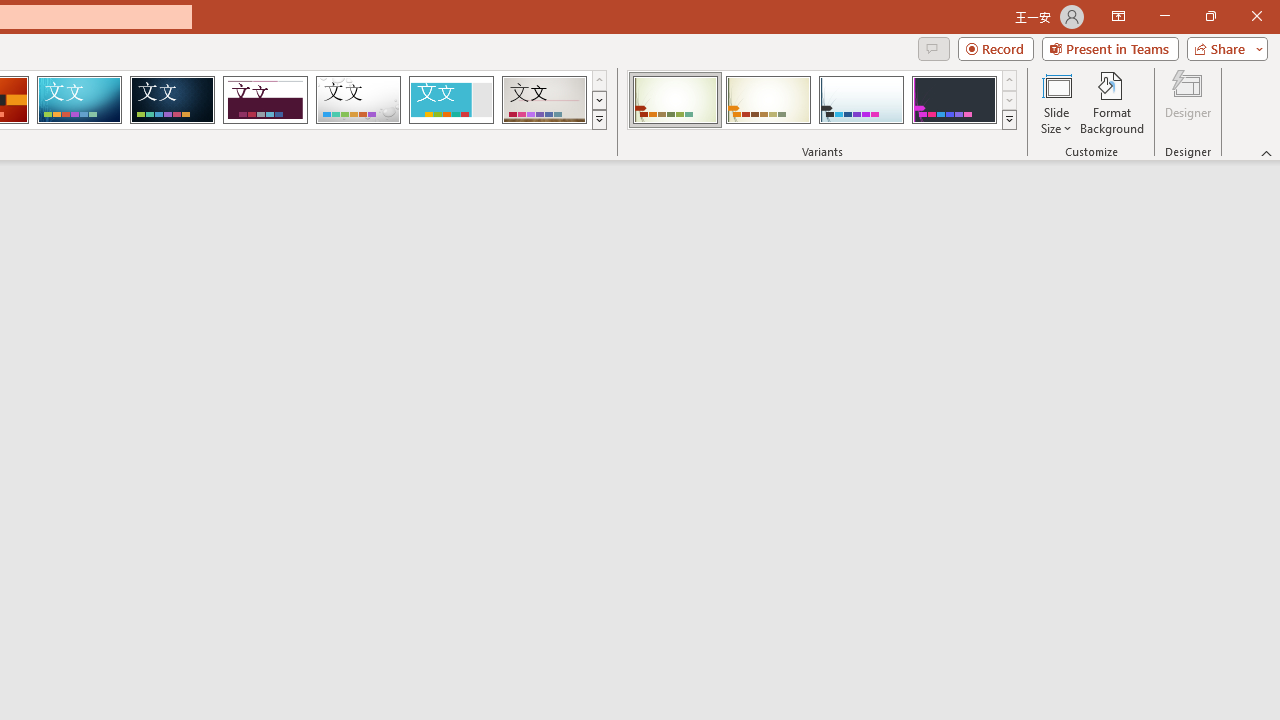 This screenshot has height=720, width=1280. What do you see at coordinates (1009, 120) in the screenshot?
I see `'Variants'` at bounding box center [1009, 120].